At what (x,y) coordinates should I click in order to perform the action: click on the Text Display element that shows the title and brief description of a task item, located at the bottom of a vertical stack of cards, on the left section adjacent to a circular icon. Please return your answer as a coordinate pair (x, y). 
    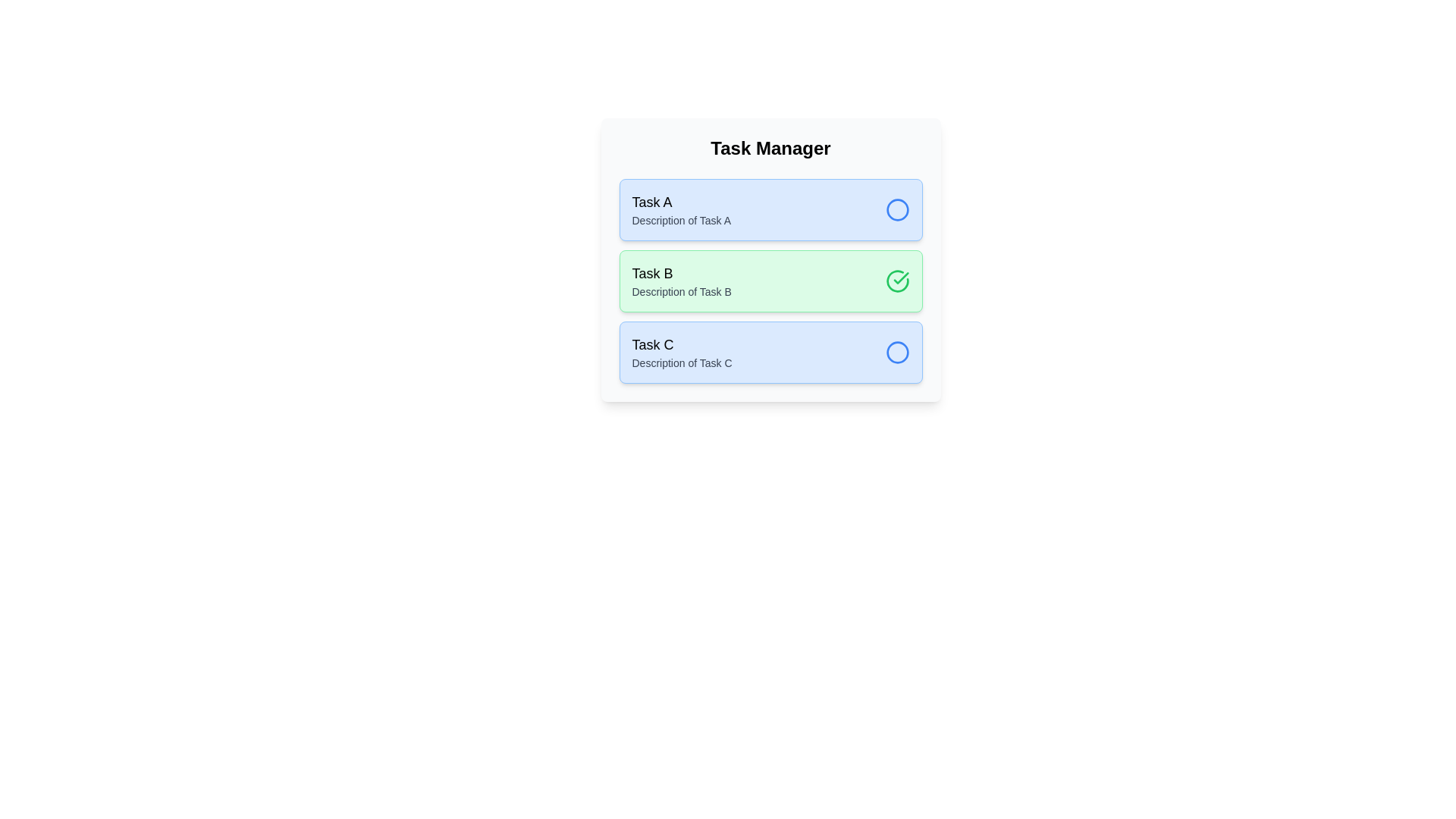
    Looking at the image, I should click on (681, 353).